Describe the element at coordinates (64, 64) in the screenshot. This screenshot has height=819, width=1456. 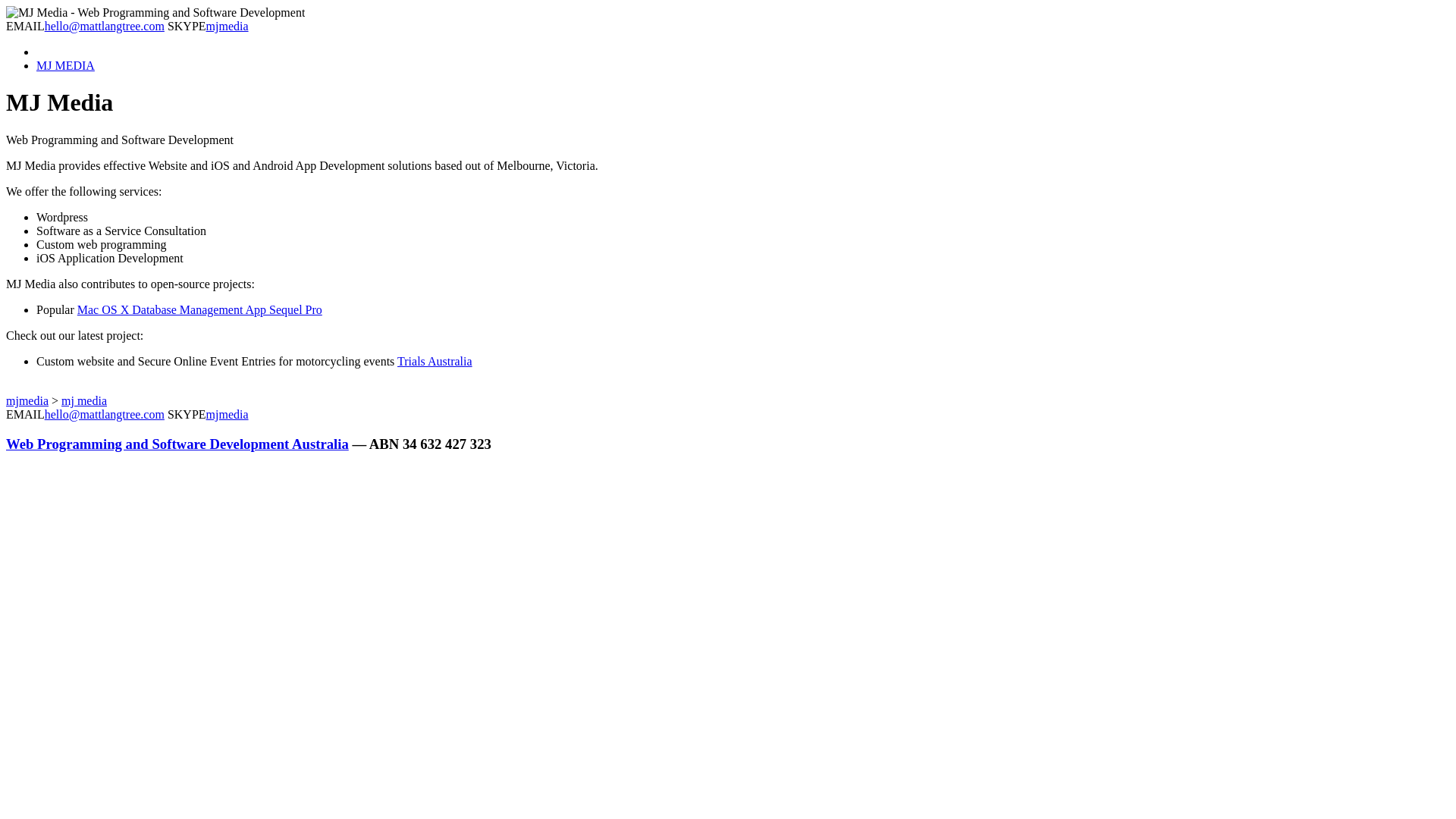
I see `'MJ MEDIA'` at that location.